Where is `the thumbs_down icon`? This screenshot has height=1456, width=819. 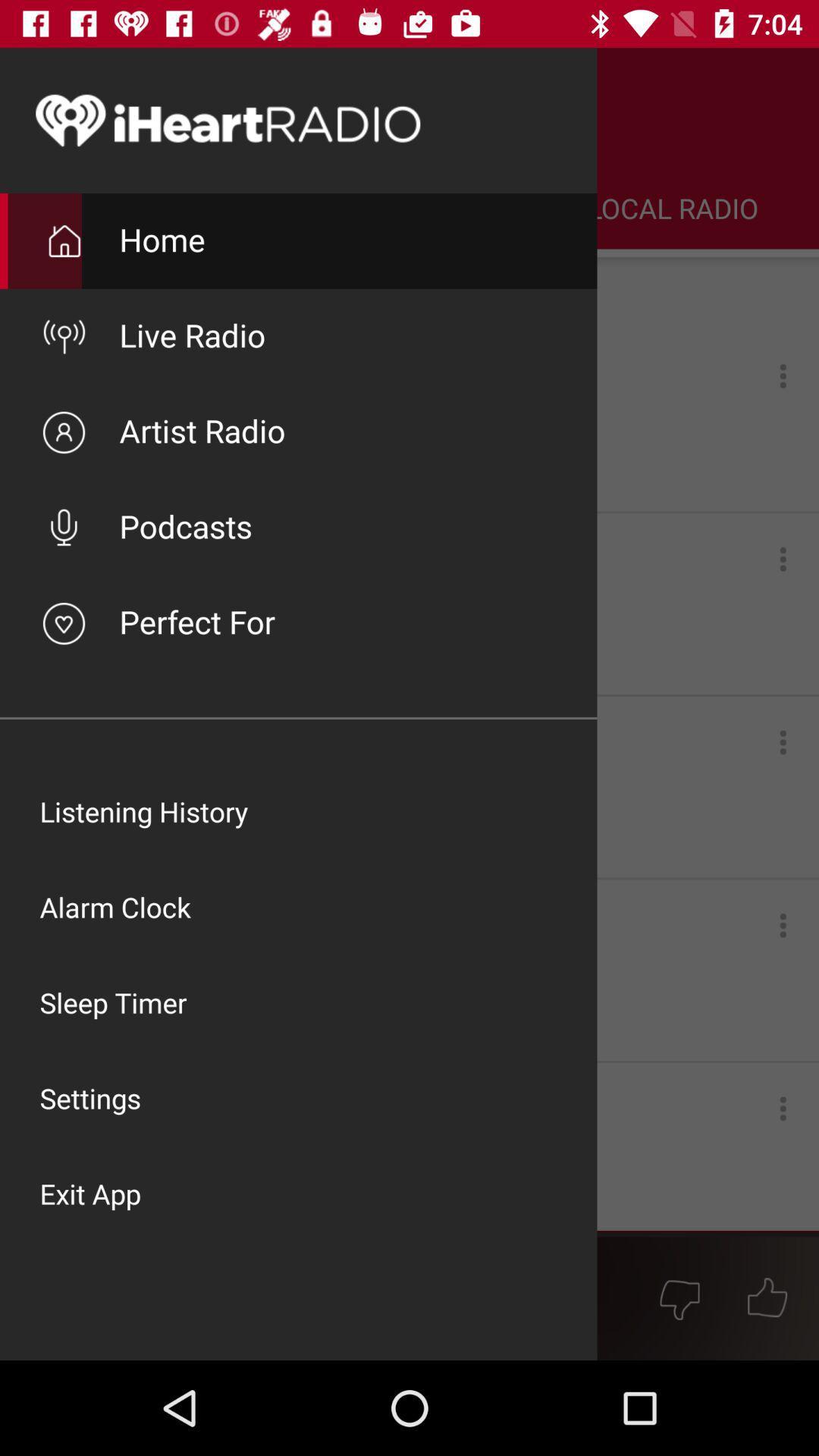 the thumbs_down icon is located at coordinates (679, 1298).